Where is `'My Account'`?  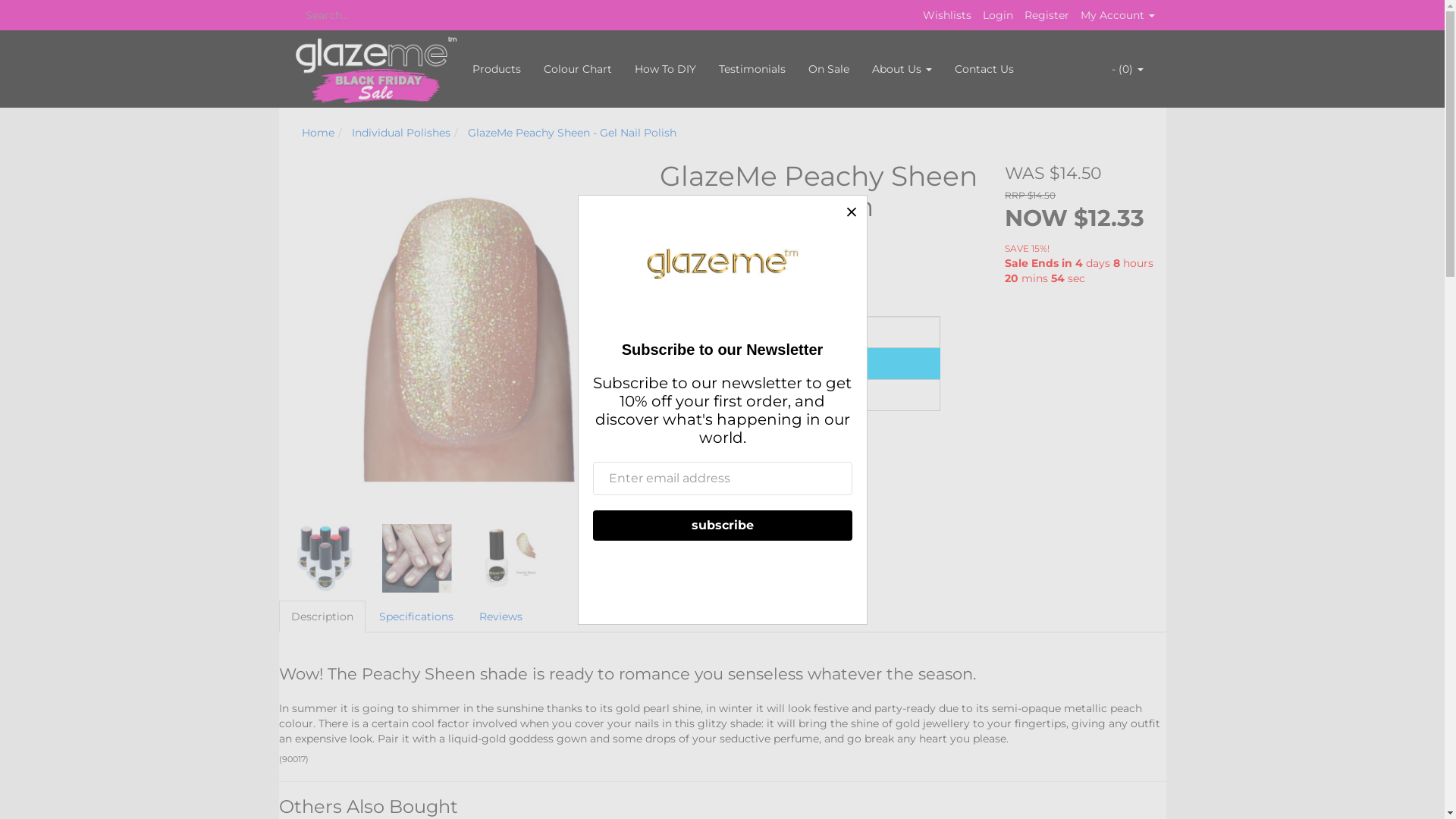
'My Account' is located at coordinates (1117, 14).